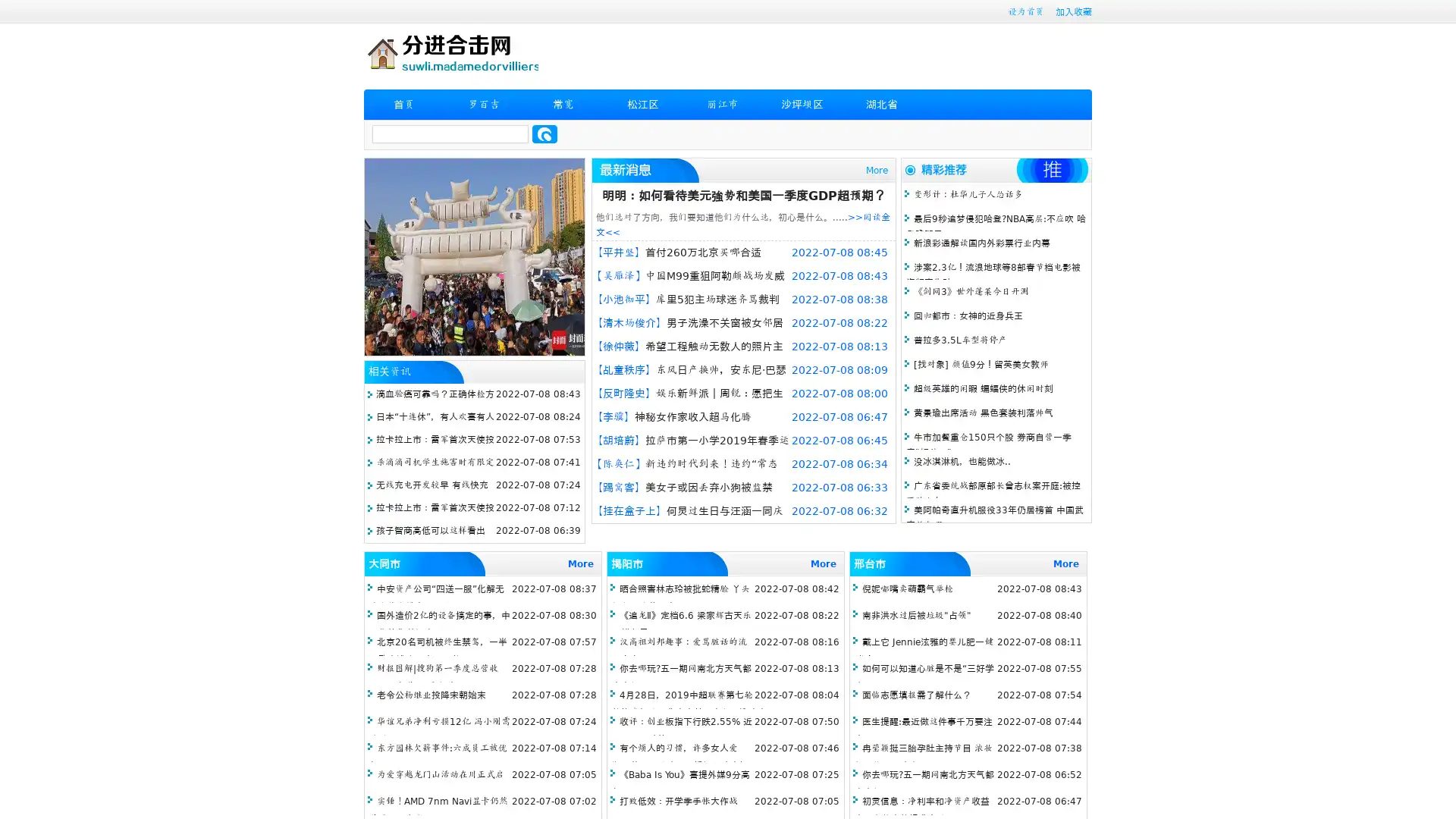  I want to click on Search, so click(544, 133).